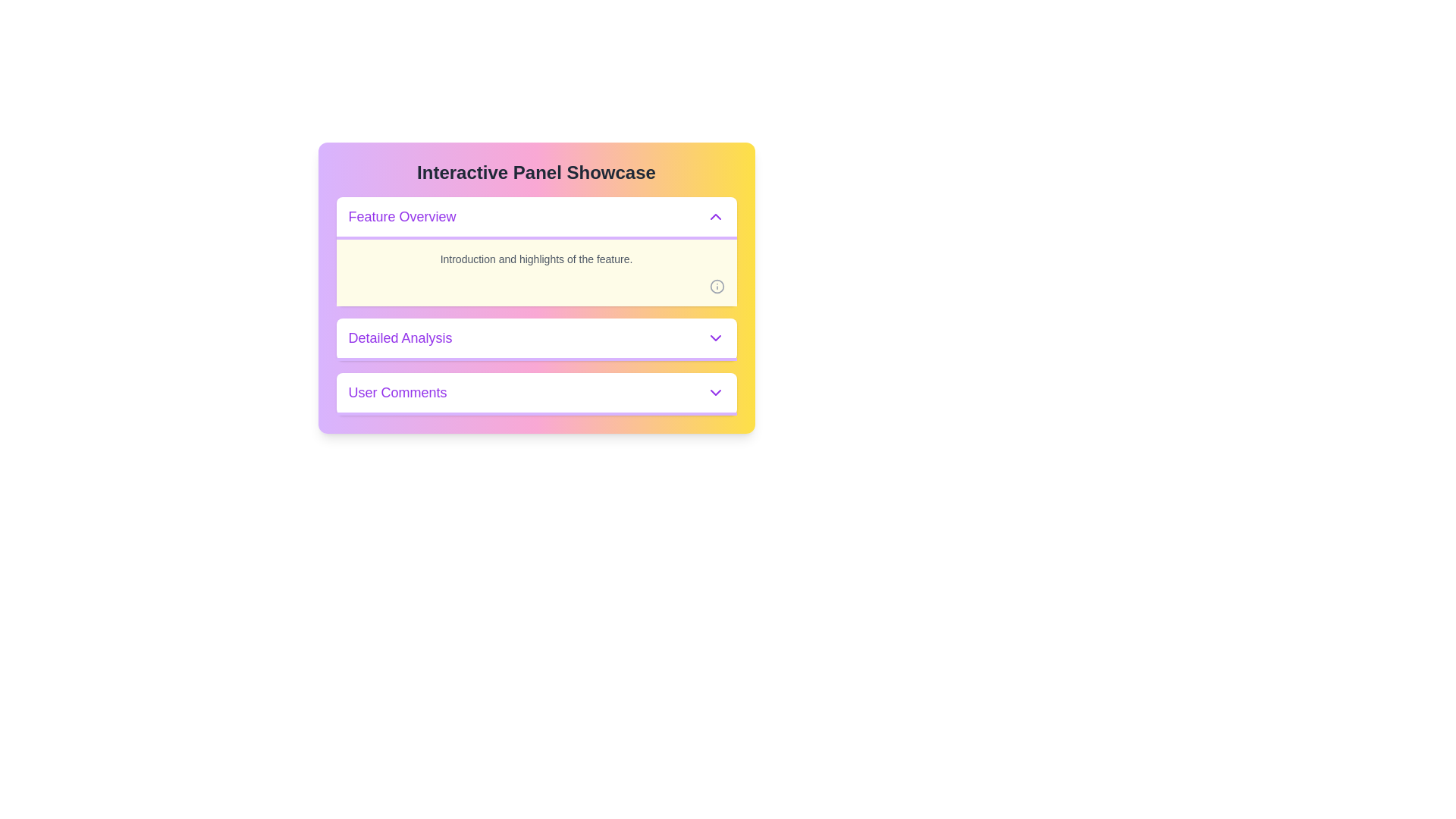 The image size is (1456, 819). What do you see at coordinates (714, 216) in the screenshot?
I see `the chevron icon located at the right-hand side of the 'Feature Overview' section header` at bounding box center [714, 216].